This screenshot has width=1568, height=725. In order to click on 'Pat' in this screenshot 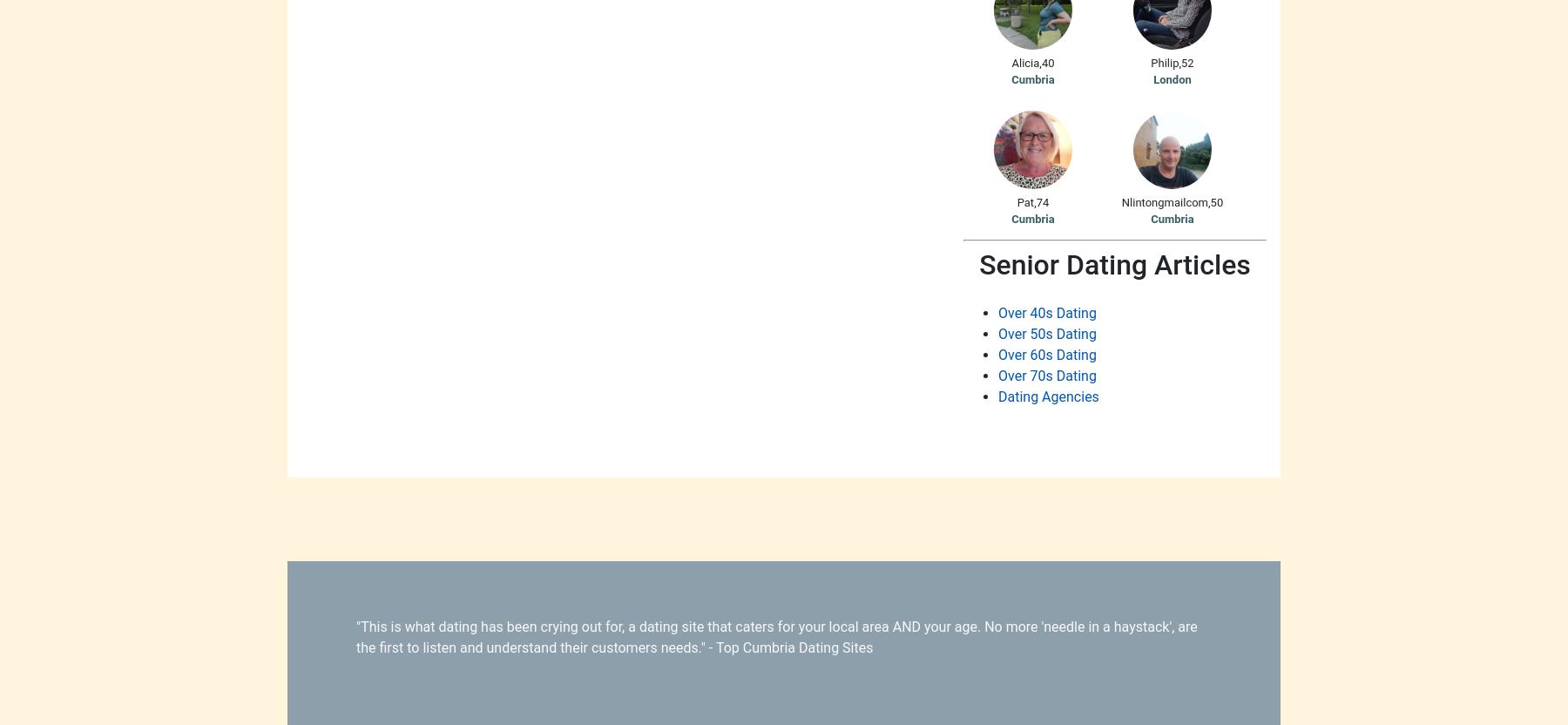, I will do `click(1024, 201)`.